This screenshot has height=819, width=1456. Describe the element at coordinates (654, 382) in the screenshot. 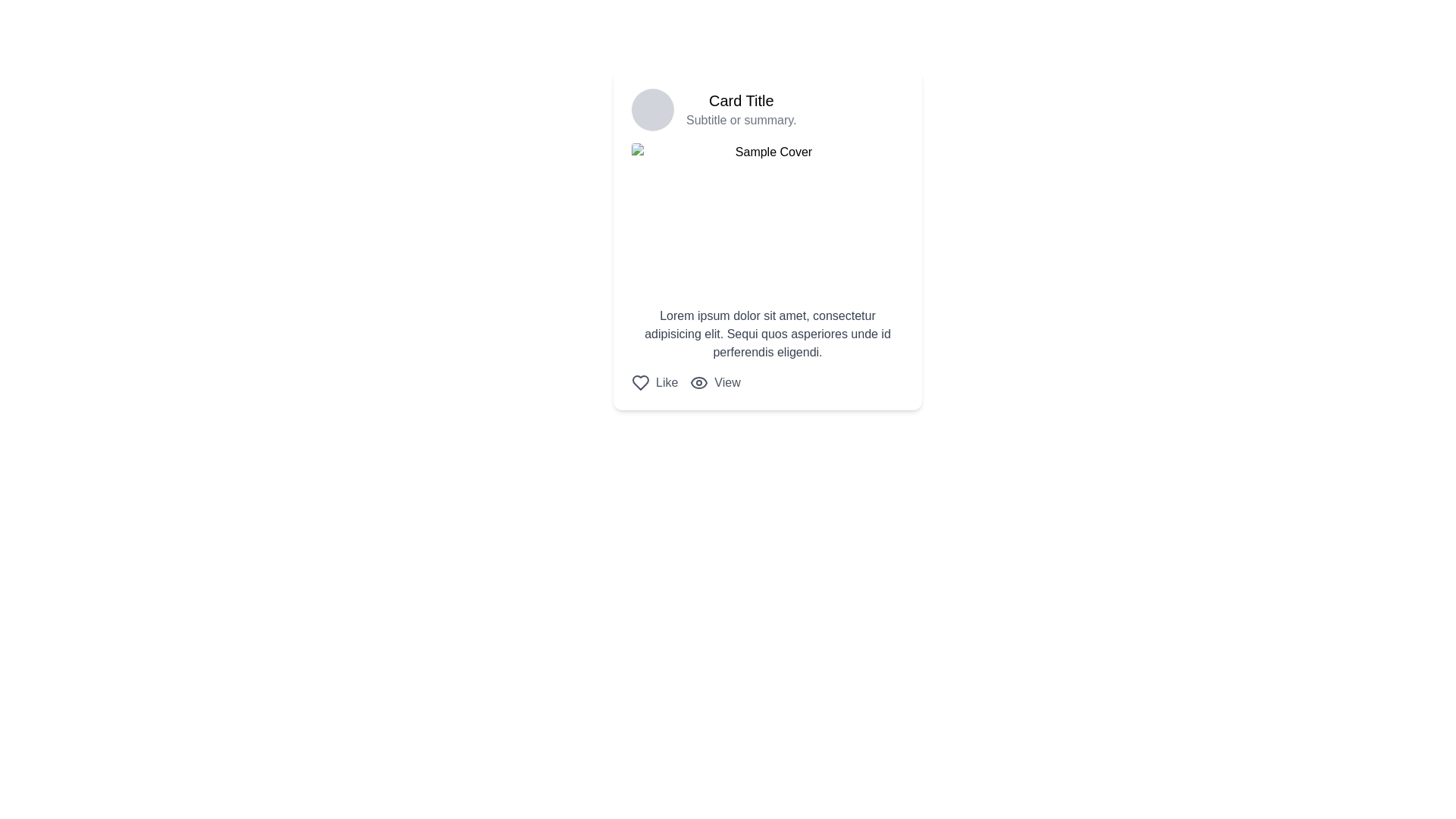

I see `the first button in the row to express approval for the item` at that location.